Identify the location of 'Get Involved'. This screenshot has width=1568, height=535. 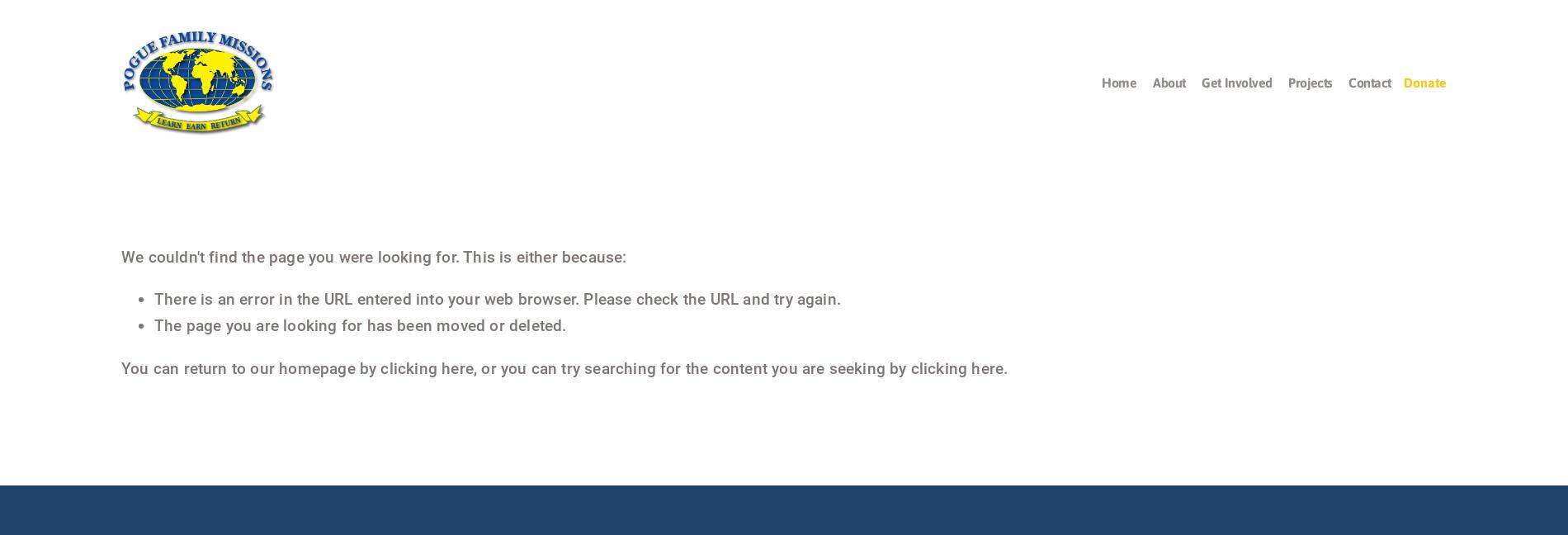
(1236, 82).